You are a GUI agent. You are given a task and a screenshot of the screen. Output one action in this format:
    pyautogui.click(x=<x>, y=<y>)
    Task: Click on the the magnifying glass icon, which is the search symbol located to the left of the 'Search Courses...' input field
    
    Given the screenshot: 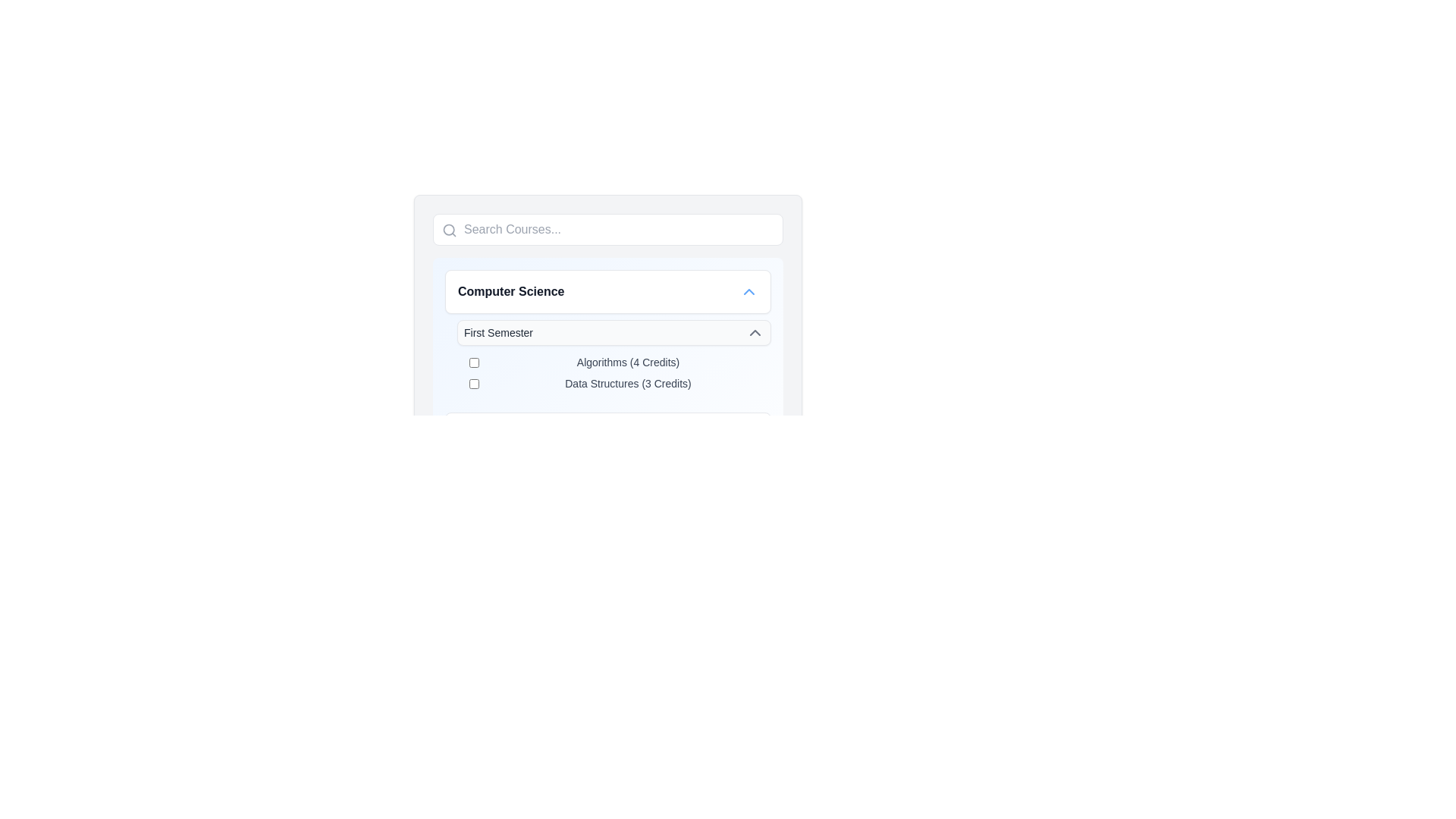 What is the action you would take?
    pyautogui.click(x=449, y=231)
    